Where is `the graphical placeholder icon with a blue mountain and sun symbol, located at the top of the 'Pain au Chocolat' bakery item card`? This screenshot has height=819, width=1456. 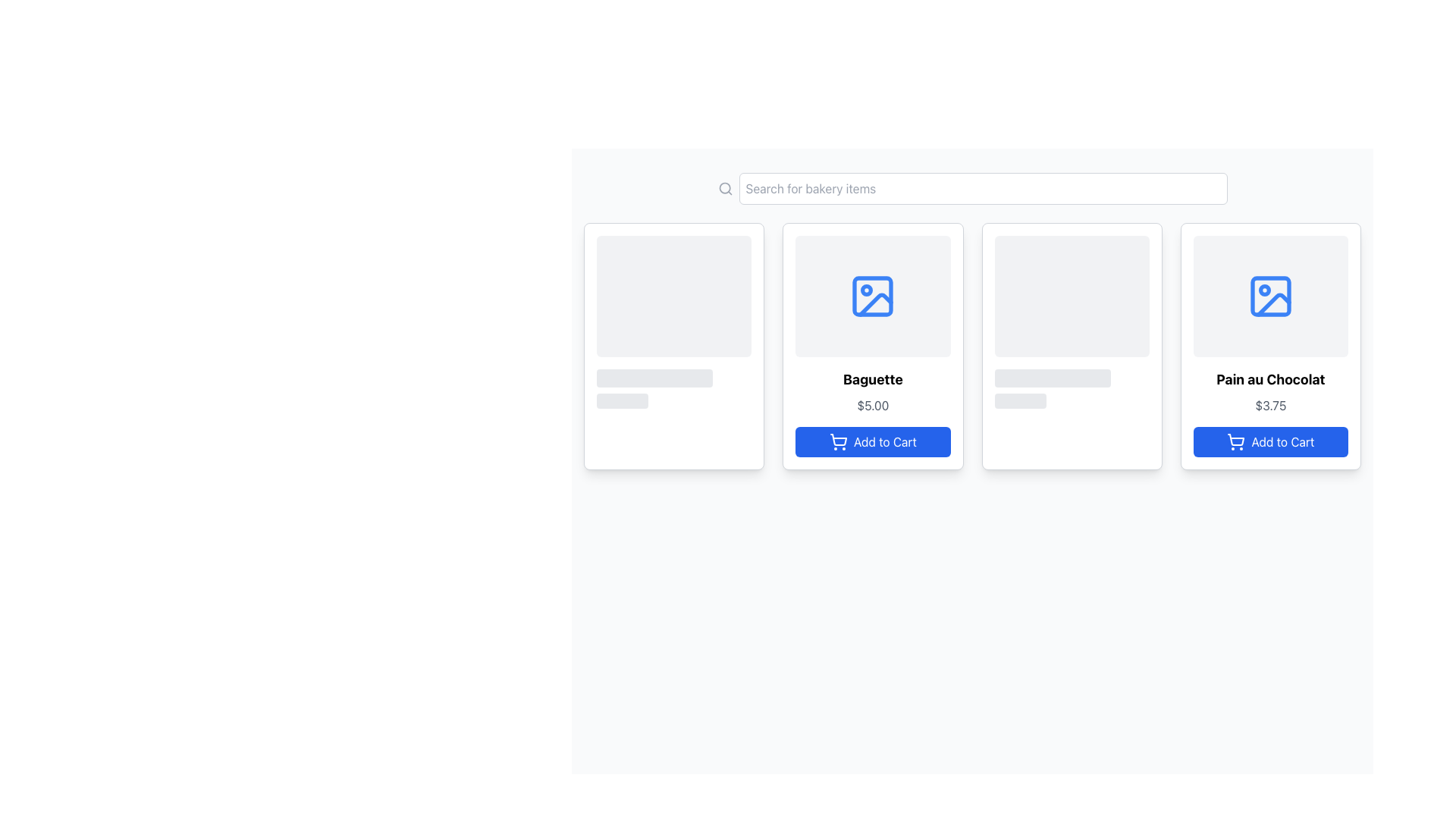 the graphical placeholder icon with a blue mountain and sun symbol, located at the top of the 'Pain au Chocolat' bakery item card is located at coordinates (1270, 296).